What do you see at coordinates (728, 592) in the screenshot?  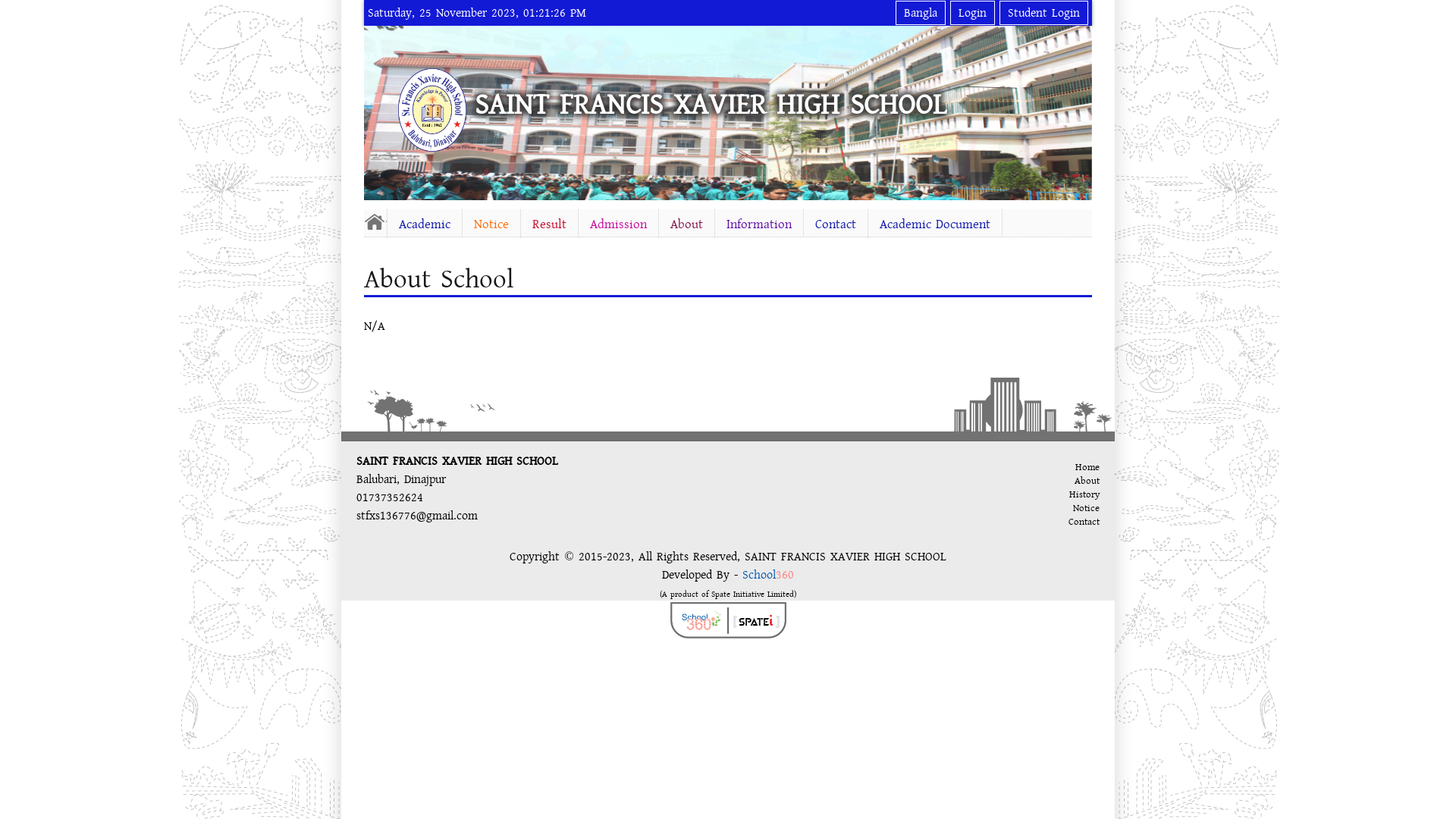 I see `'(A product of Spate Initiative Limited)'` at bounding box center [728, 592].